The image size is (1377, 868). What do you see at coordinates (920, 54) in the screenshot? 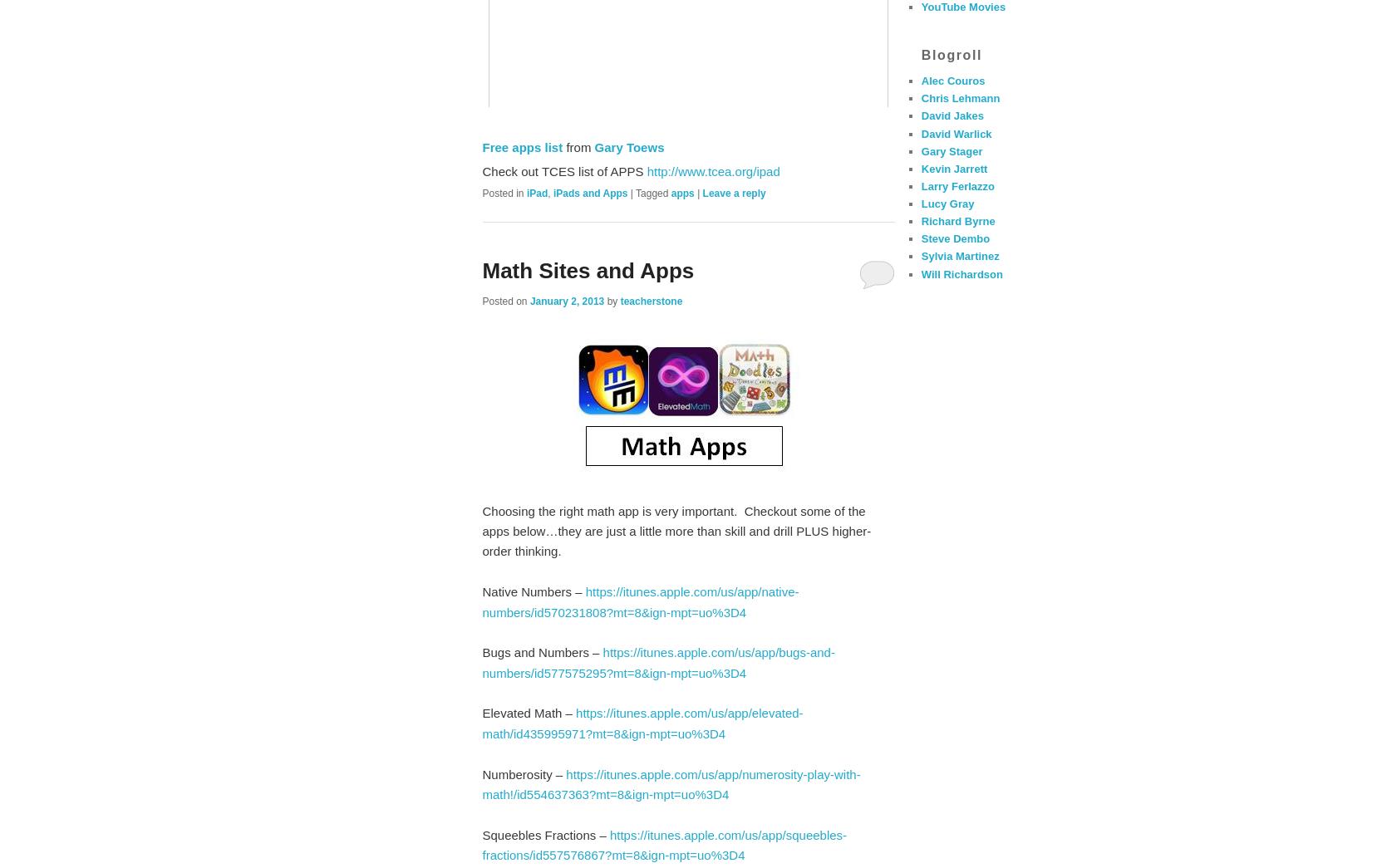
I see `'Blogroll'` at bounding box center [920, 54].